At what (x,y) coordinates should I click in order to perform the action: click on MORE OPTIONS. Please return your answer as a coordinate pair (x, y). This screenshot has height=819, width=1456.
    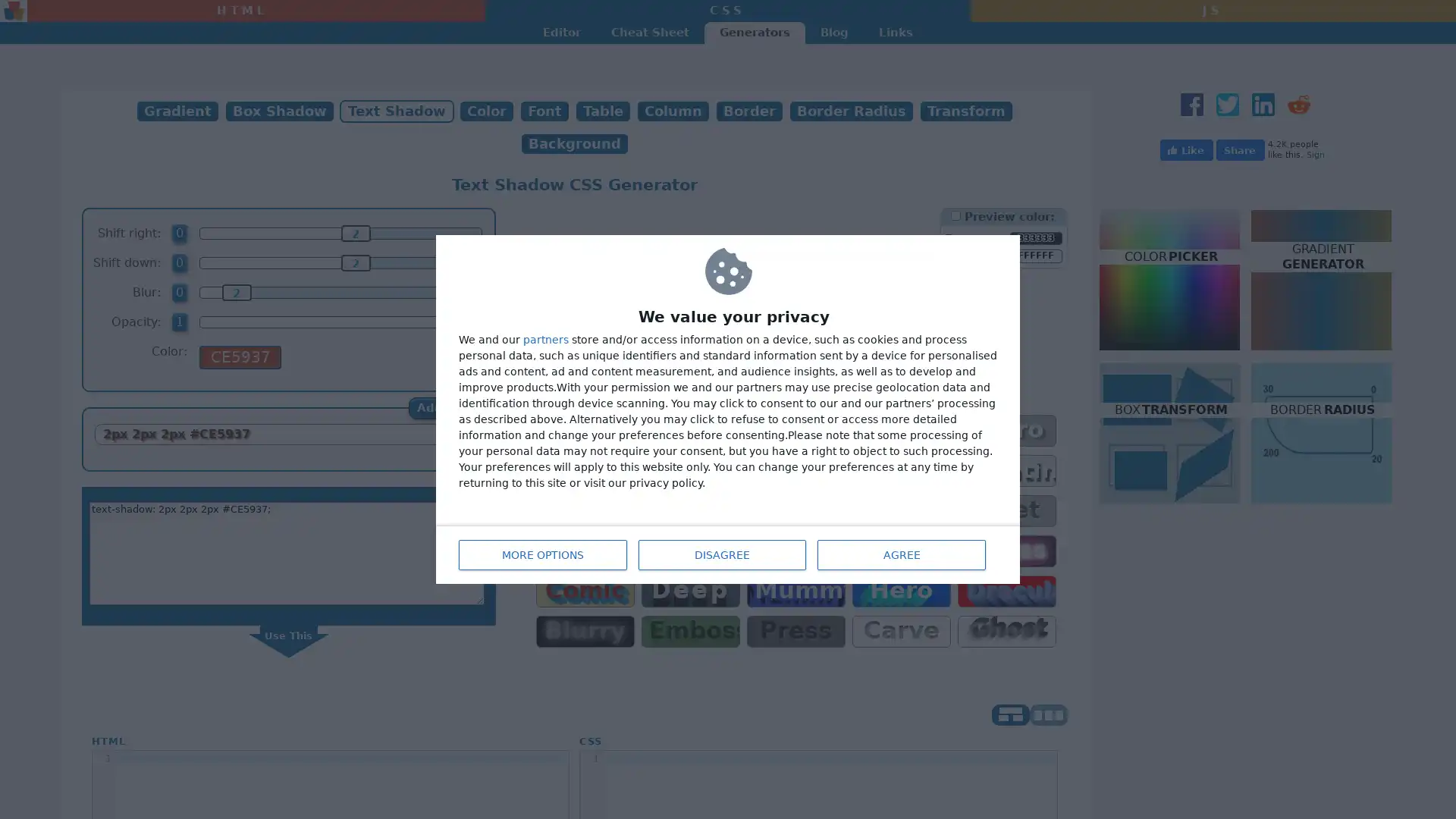
    Looking at the image, I should click on (542, 555).